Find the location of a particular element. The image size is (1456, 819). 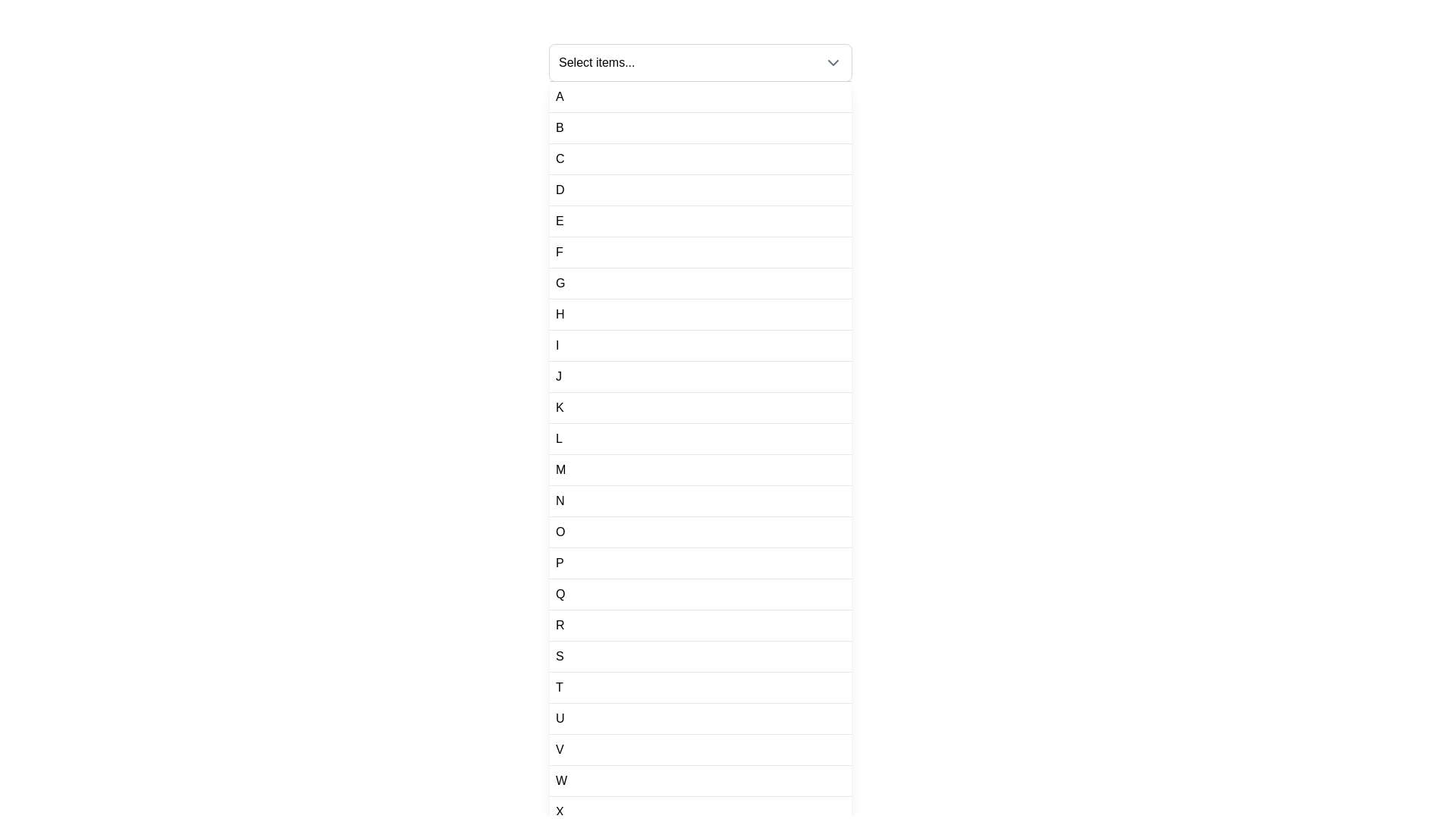

the second item in the alphabetical dropdown menu, which is positioned below 'A' and above 'C' is located at coordinates (700, 127).